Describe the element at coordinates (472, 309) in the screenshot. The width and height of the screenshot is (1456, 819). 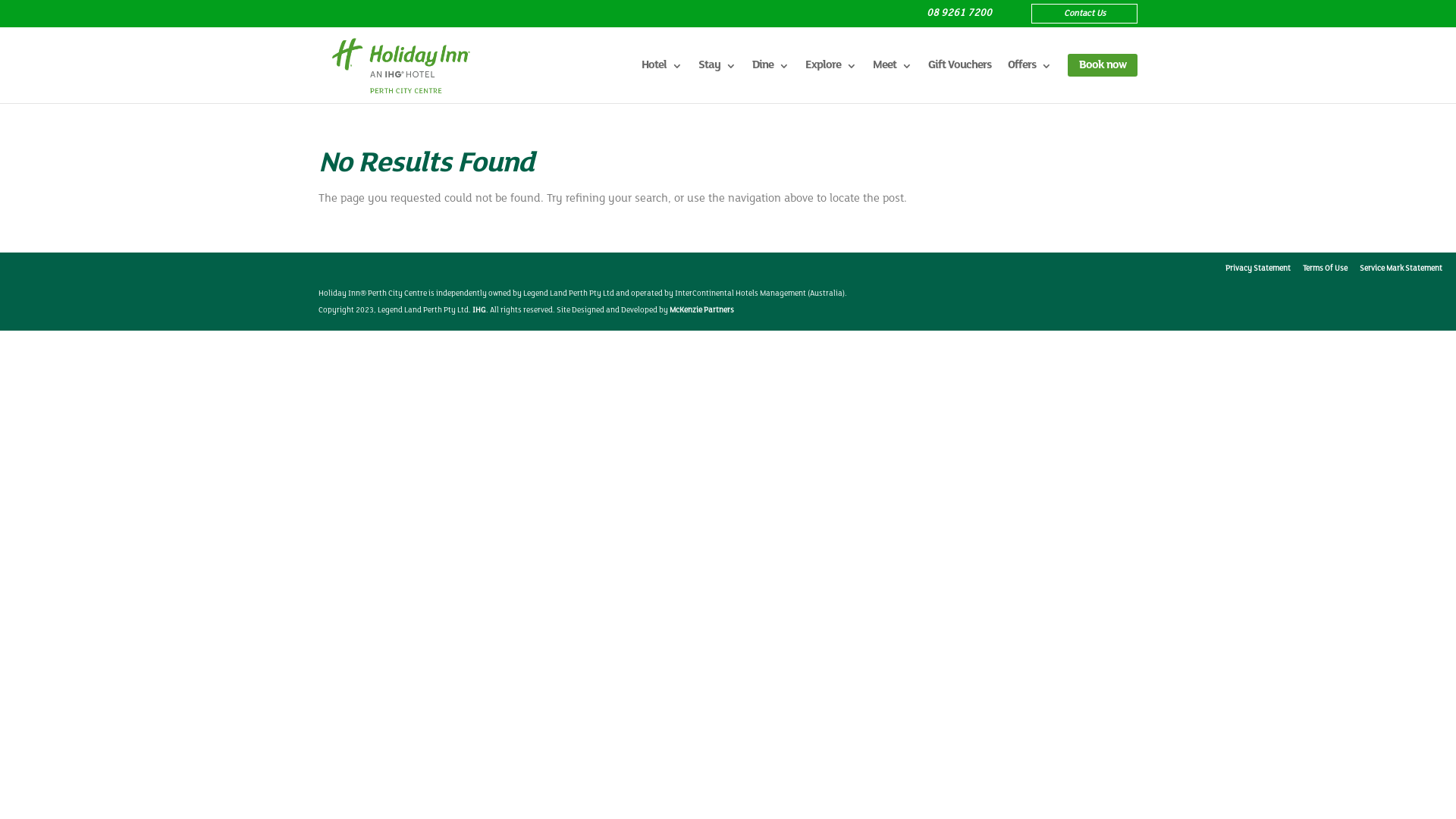
I see `'IHG'` at that location.